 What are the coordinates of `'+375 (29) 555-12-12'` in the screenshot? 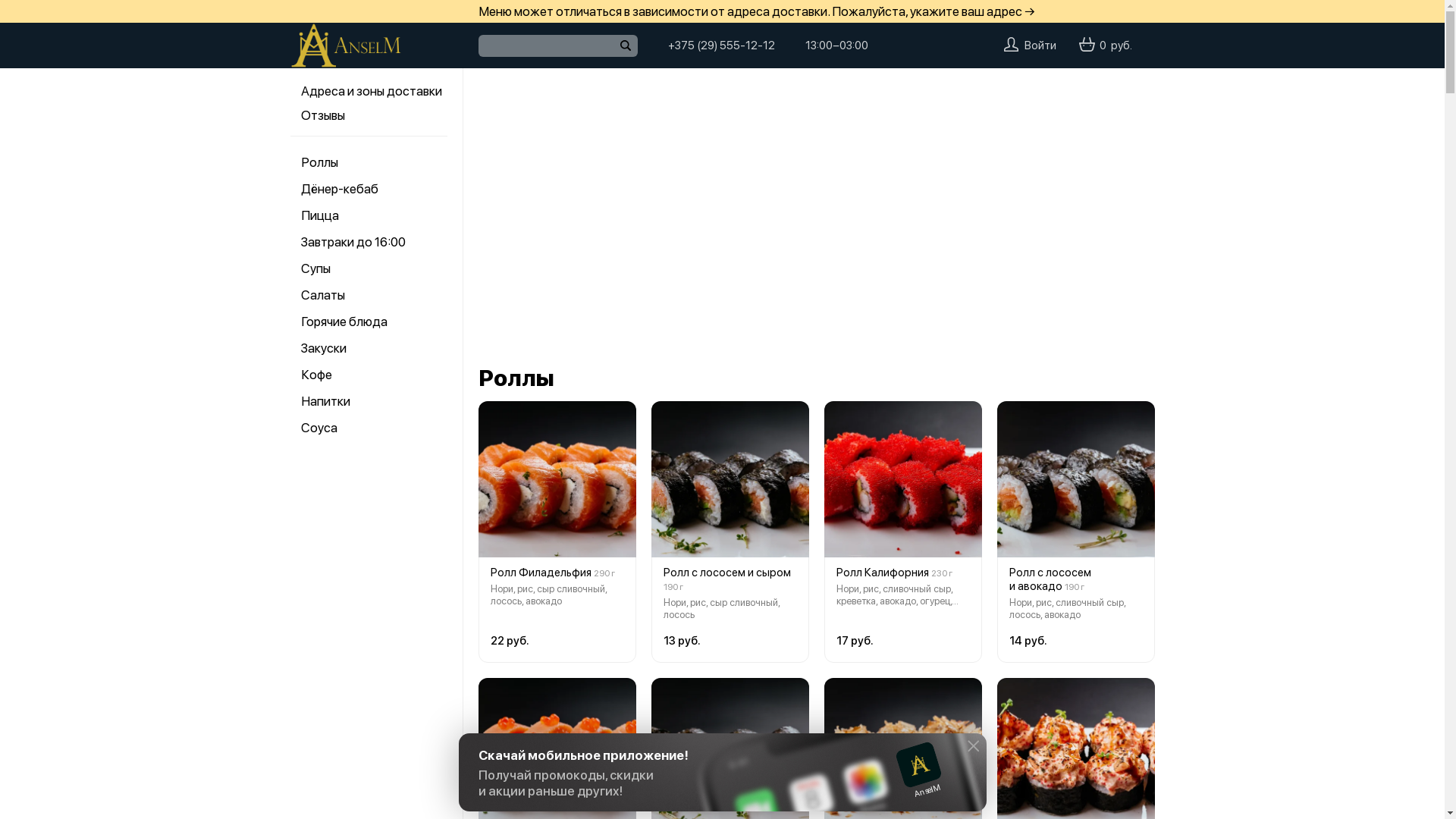 It's located at (720, 45).